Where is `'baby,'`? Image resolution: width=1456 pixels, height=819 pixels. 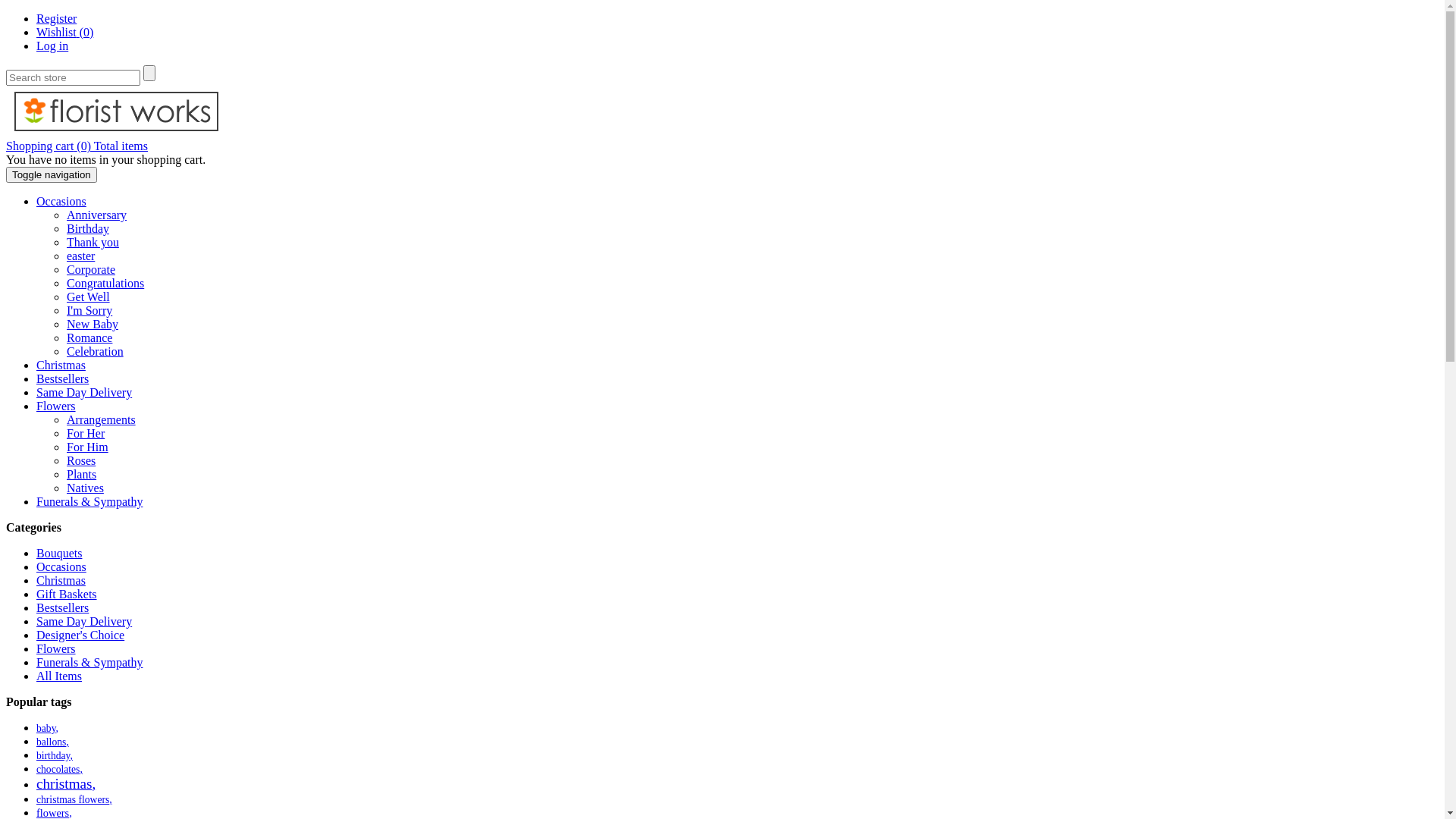
'baby,' is located at coordinates (47, 727).